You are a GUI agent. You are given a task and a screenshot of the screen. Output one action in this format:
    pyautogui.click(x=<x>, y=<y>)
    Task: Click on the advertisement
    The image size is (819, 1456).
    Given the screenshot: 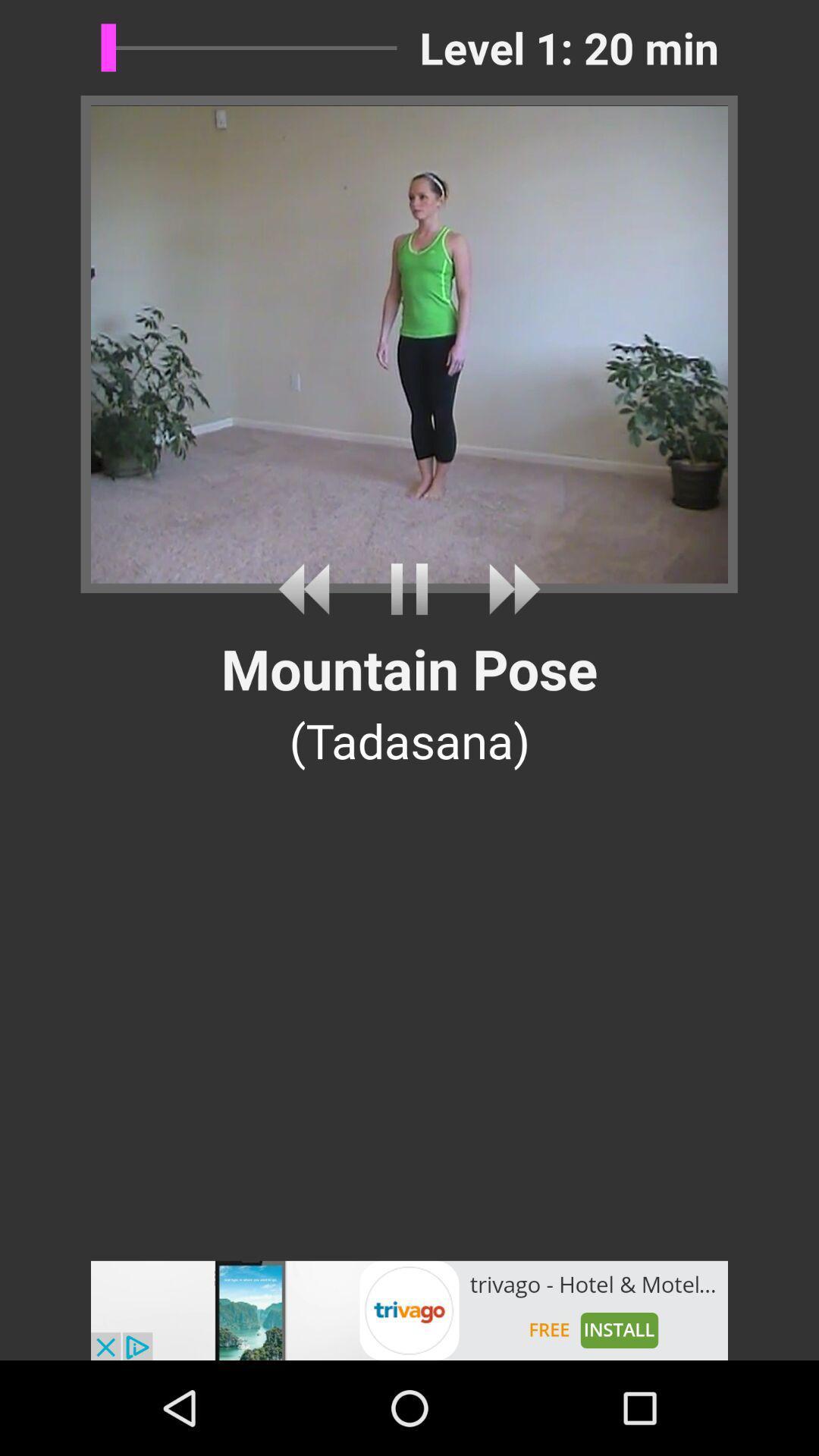 What is the action you would take?
    pyautogui.click(x=409, y=1310)
    